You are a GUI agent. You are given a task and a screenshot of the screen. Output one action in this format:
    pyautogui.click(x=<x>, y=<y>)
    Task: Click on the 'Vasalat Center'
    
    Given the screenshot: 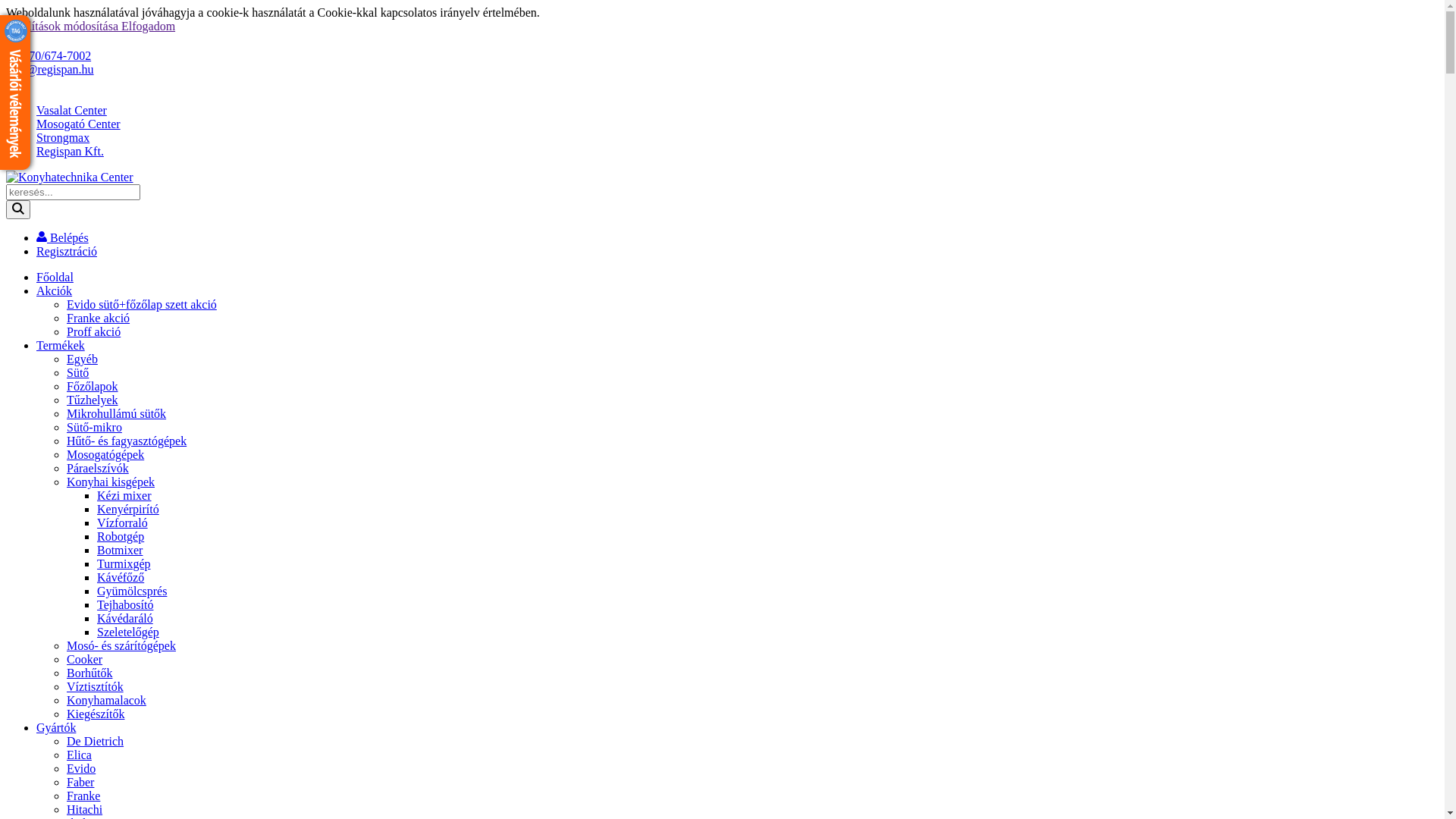 What is the action you would take?
    pyautogui.click(x=71, y=109)
    